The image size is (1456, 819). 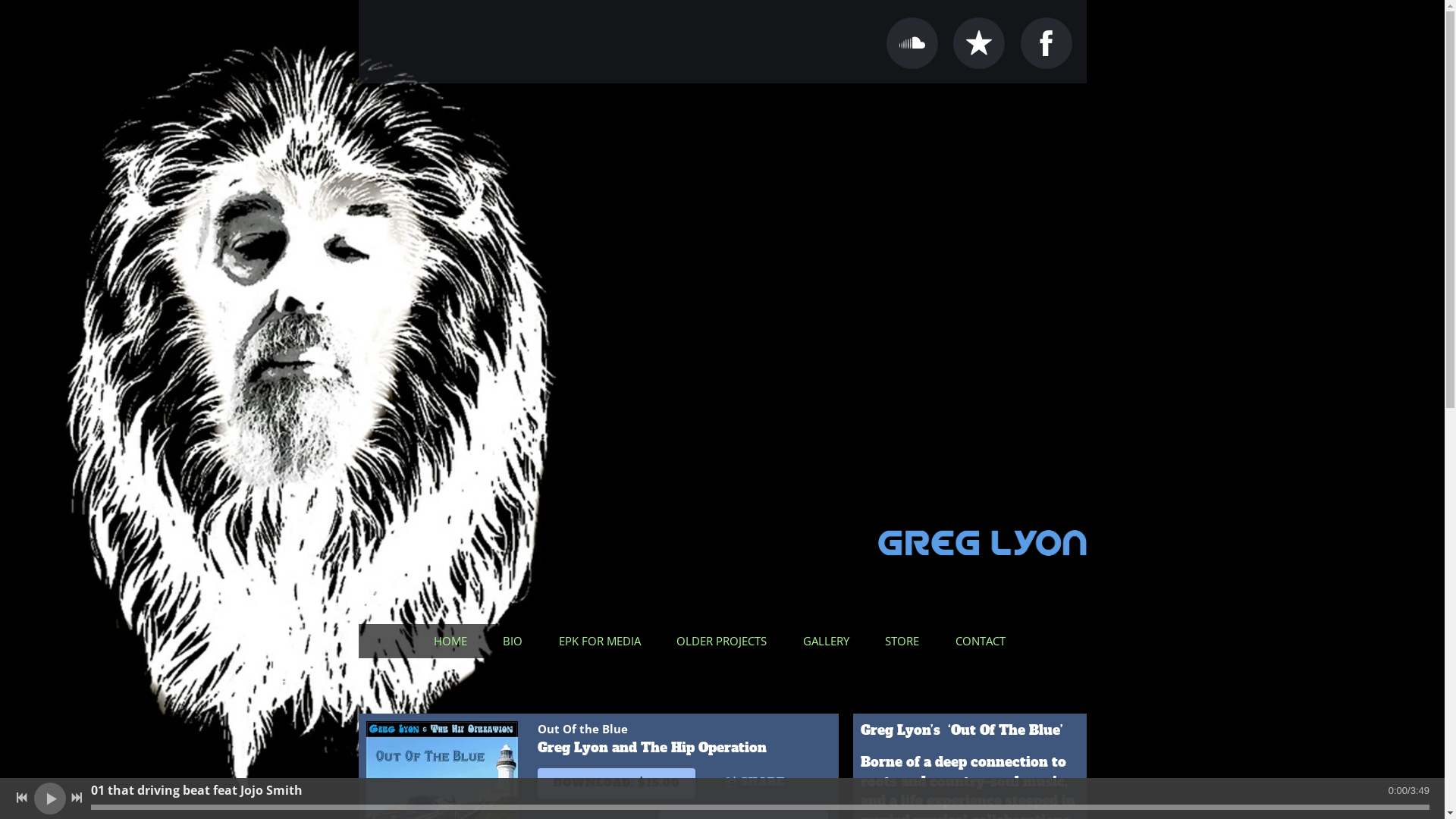 I want to click on 'OLDER PROJECTS', so click(x=723, y=641).